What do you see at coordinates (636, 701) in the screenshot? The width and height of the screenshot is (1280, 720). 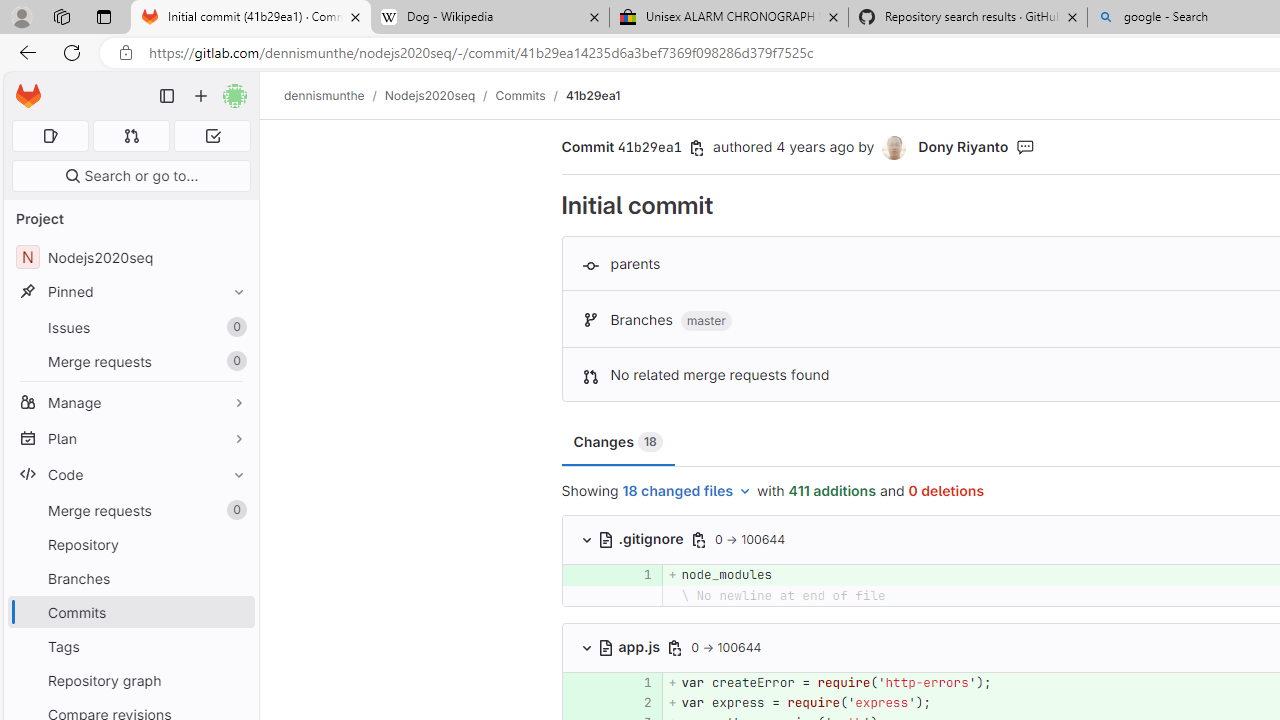 I see `'2'` at bounding box center [636, 701].